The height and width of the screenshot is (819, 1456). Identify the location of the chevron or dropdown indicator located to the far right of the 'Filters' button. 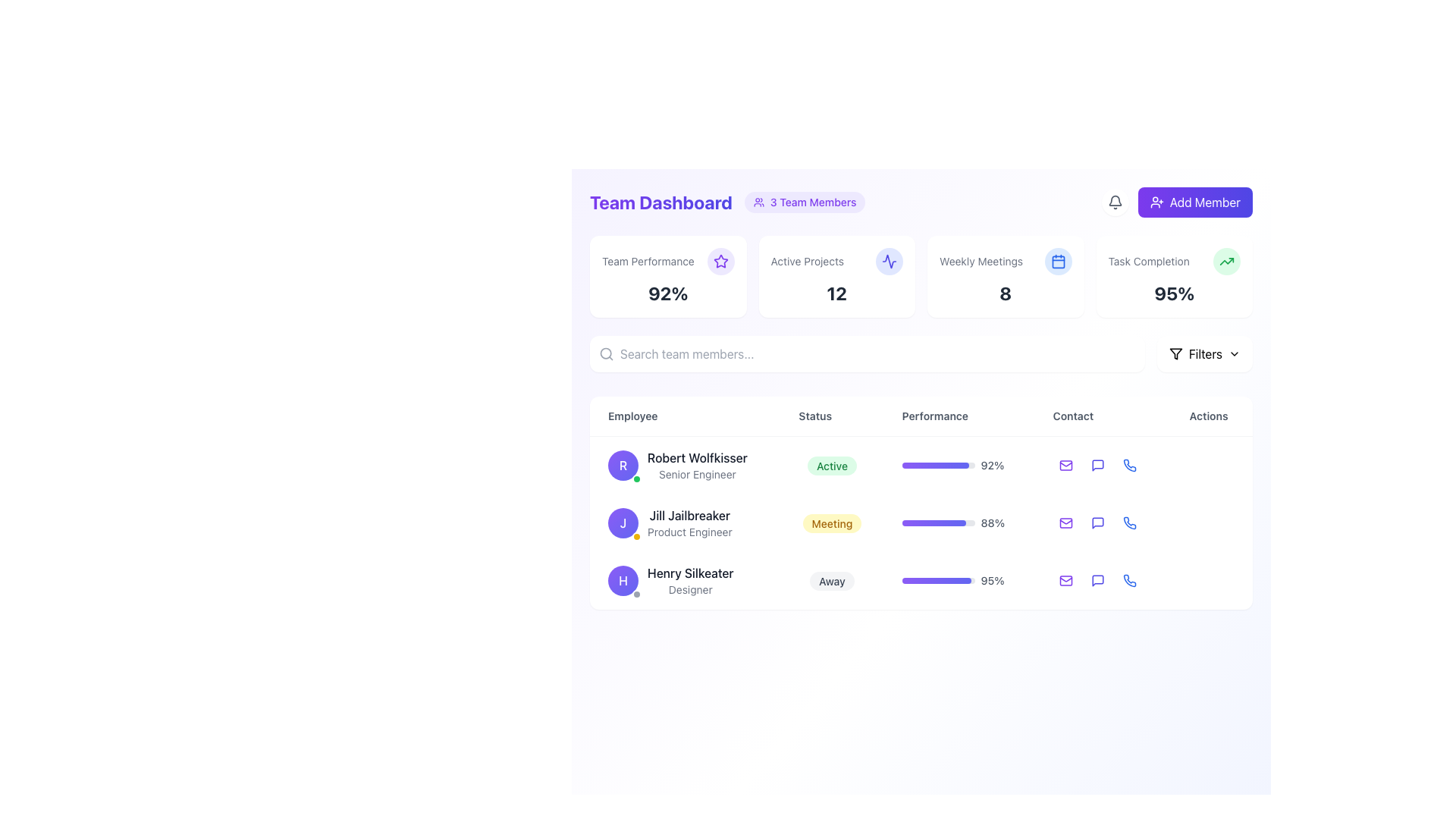
(1234, 353).